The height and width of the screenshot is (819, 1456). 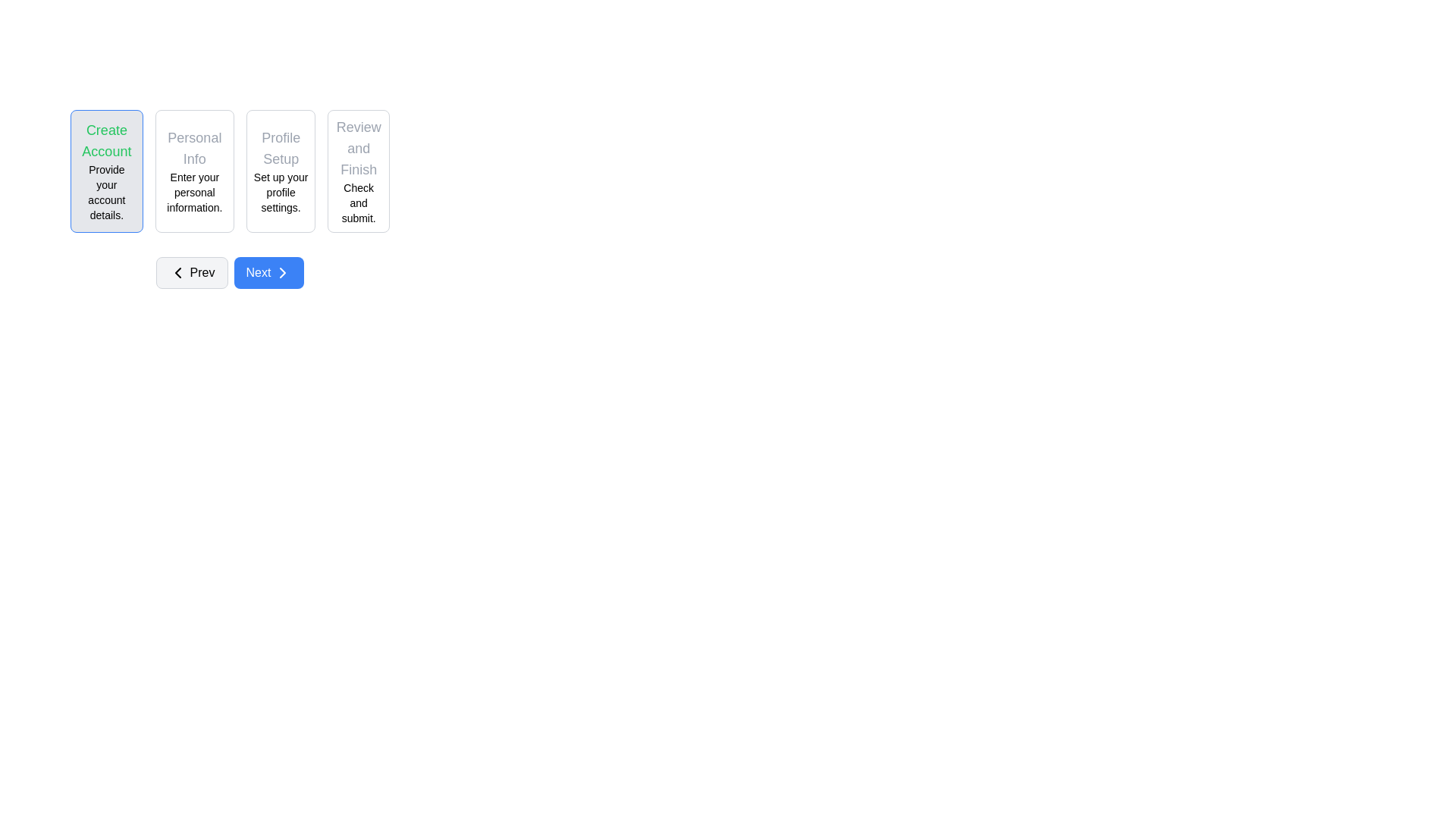 What do you see at coordinates (358, 171) in the screenshot?
I see `guidance text from the Instructional Tile displaying 'Review and Finish' and 'Check and submit.'` at bounding box center [358, 171].